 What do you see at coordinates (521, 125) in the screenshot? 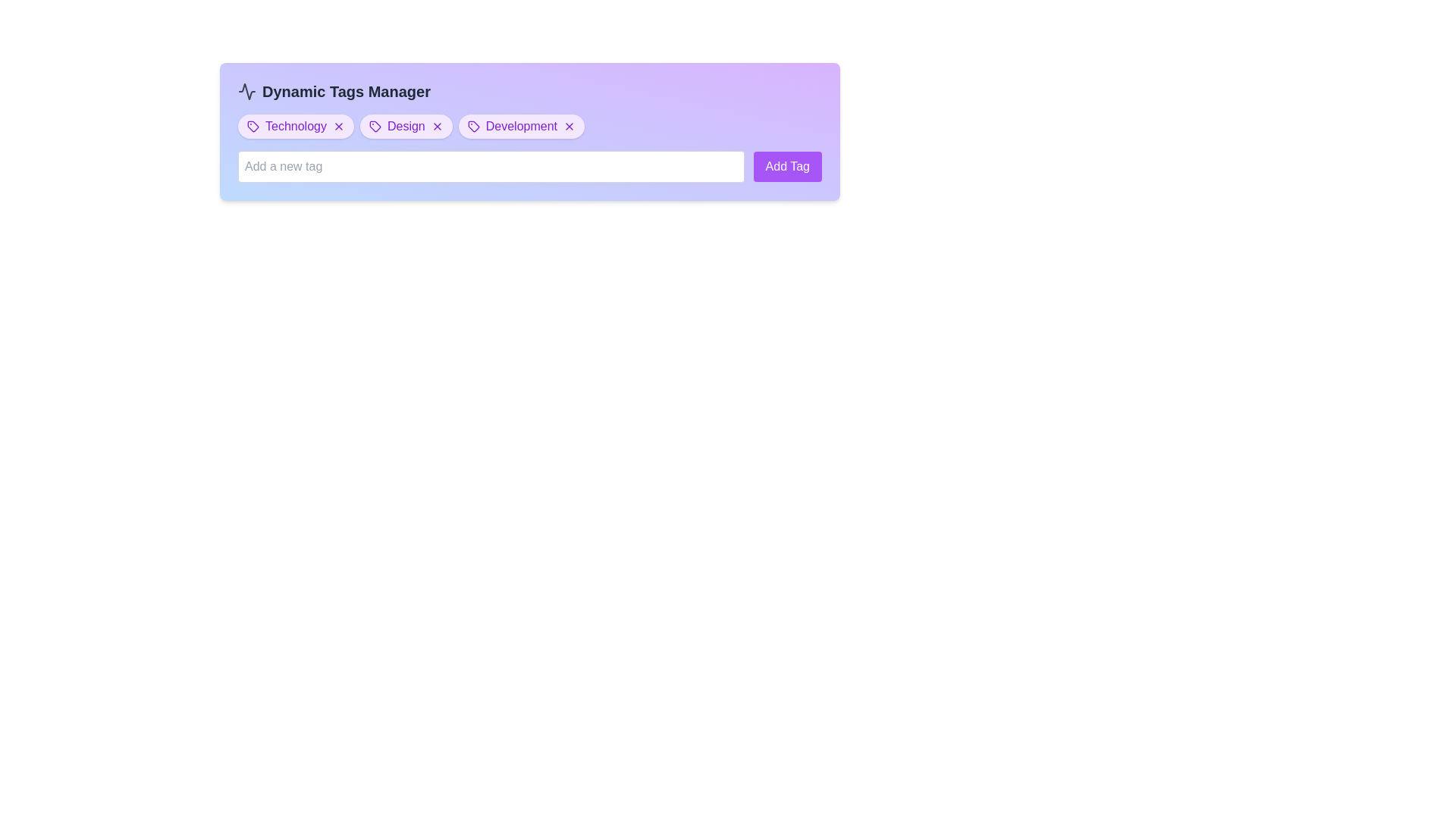
I see `the 'Development' text label within the third tag component of the tag input section, which is styled with a purple color and has a rounded purple background` at bounding box center [521, 125].